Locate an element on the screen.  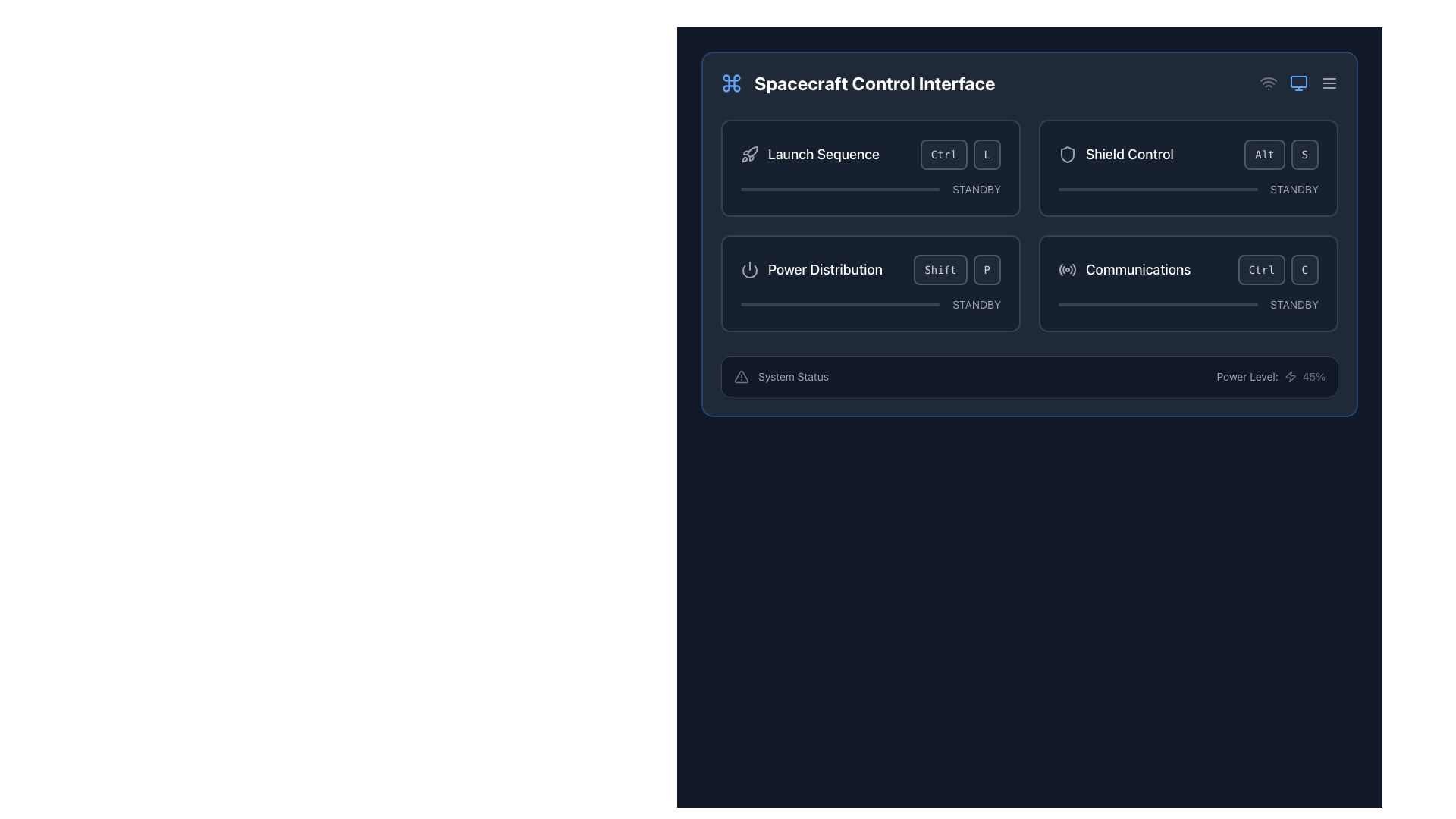
the shield control is located at coordinates (1140, 189).